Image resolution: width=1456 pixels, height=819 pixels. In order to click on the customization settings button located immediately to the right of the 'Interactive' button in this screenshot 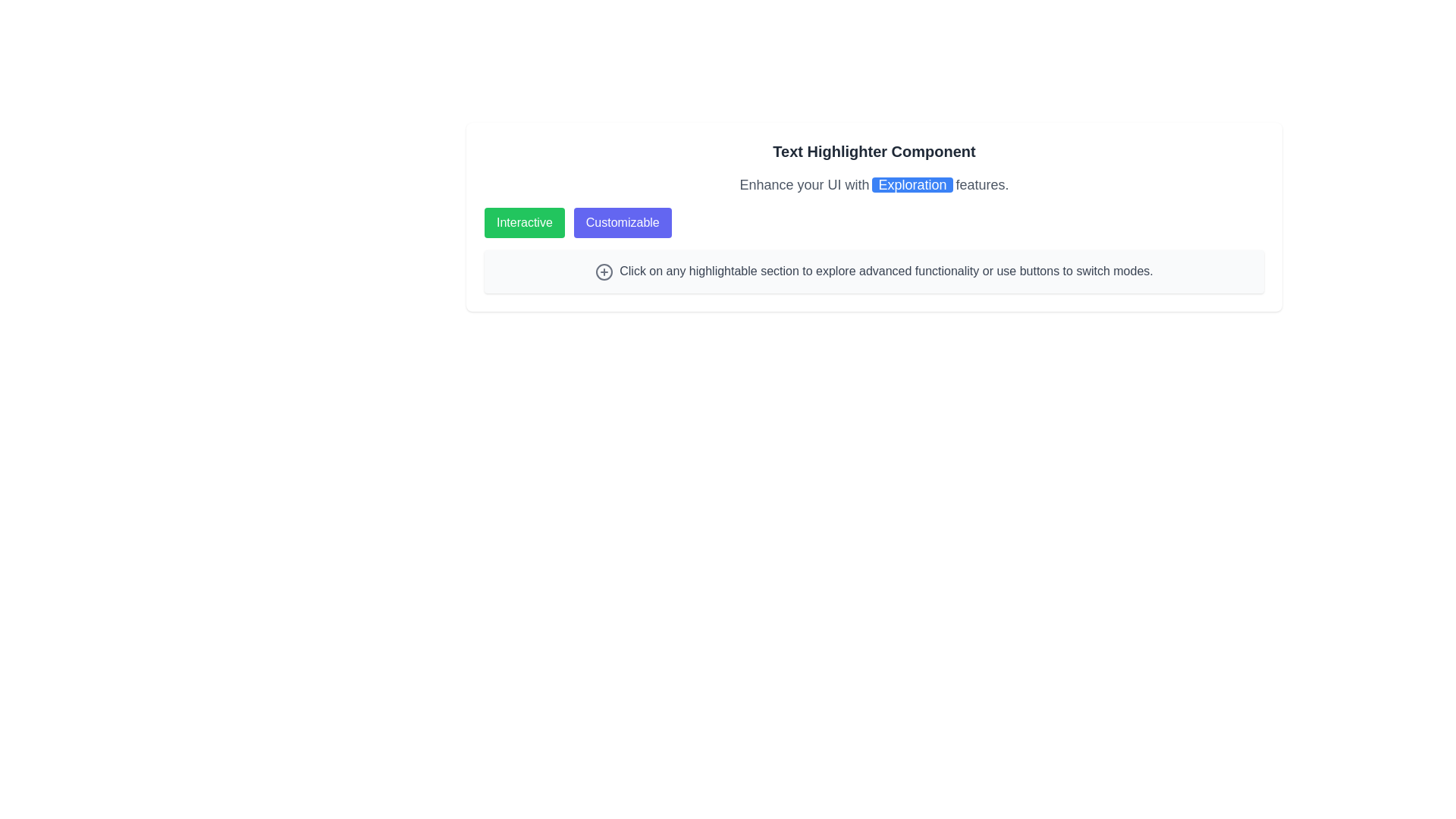, I will do `click(623, 222)`.